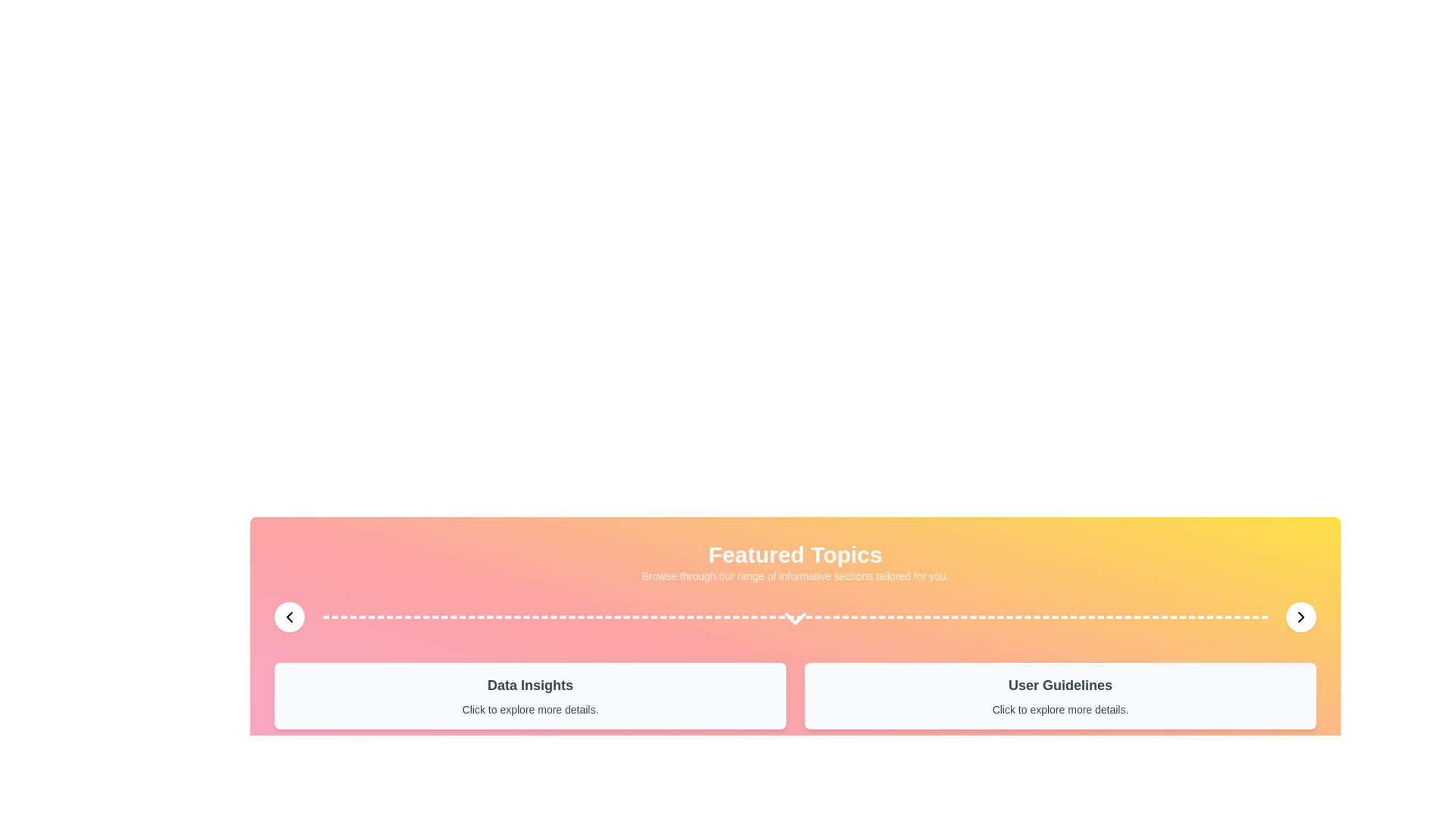 This screenshot has width=1456, height=819. I want to click on the circular button with a white background and a black rightward arrow icon, so click(1301, 617).